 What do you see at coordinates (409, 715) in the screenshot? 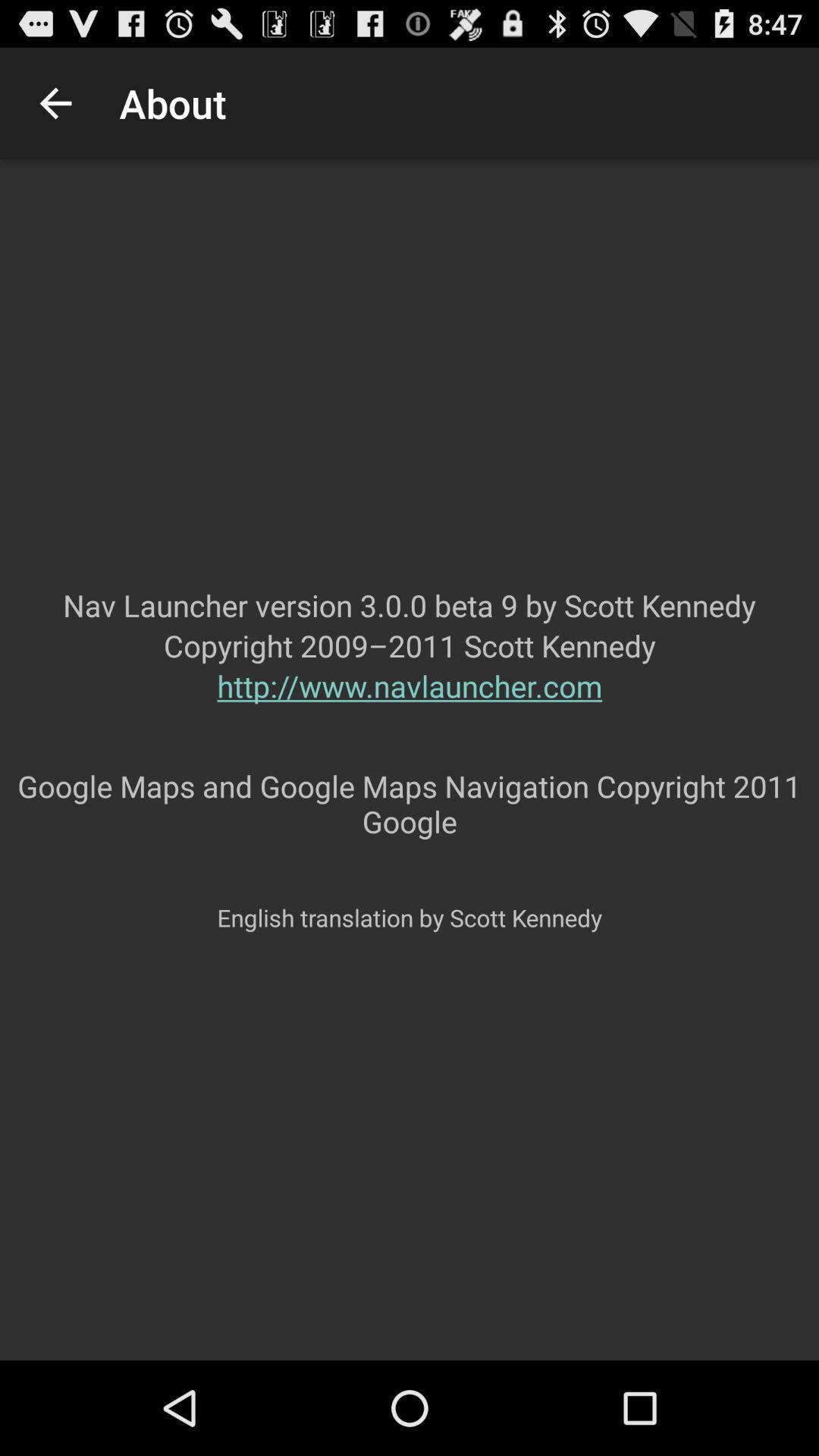
I see `the app above google maps and item` at bounding box center [409, 715].